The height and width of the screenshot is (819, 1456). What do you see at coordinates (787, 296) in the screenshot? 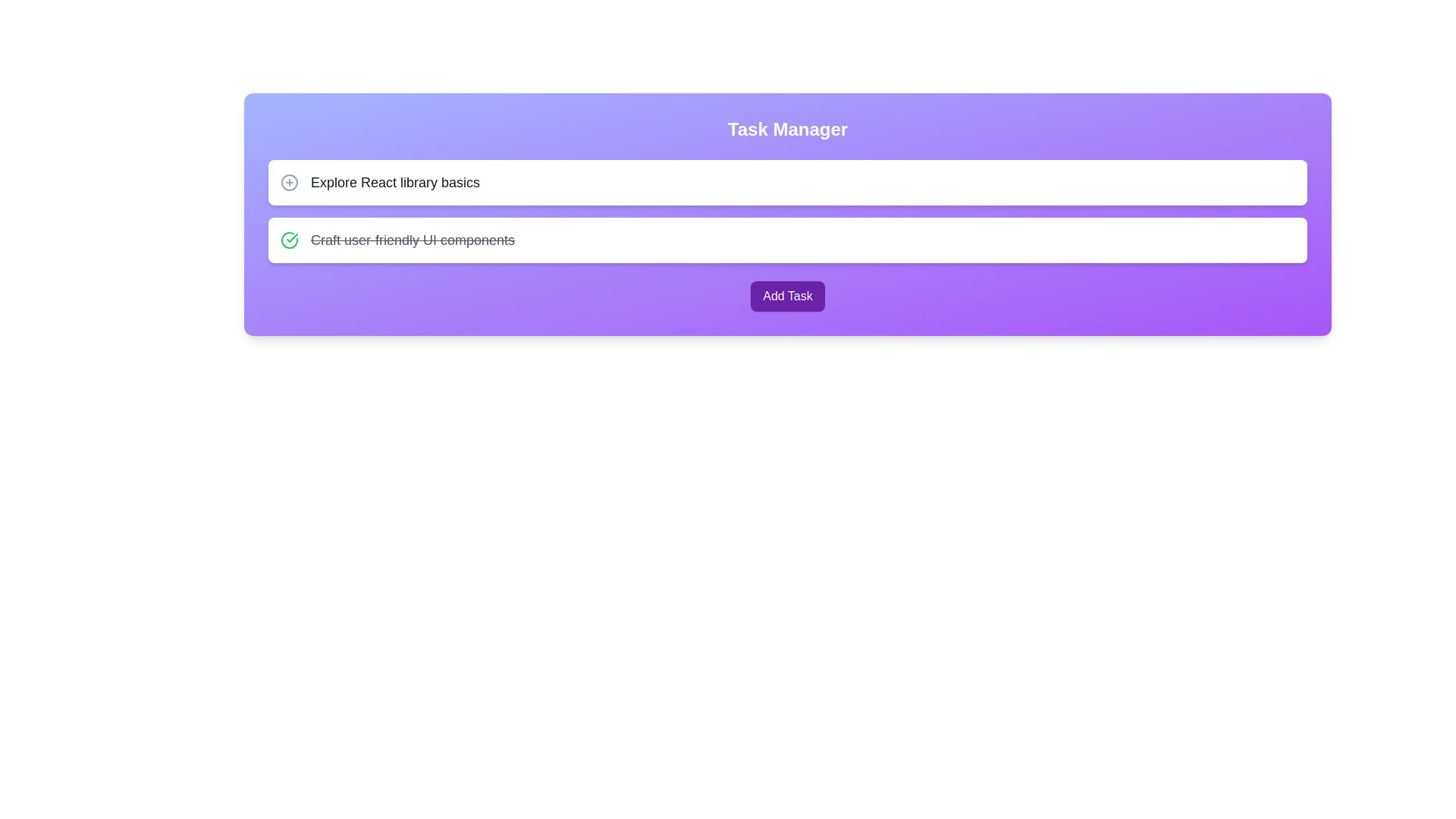
I see `the 'Add Task' button to add a new task` at bounding box center [787, 296].